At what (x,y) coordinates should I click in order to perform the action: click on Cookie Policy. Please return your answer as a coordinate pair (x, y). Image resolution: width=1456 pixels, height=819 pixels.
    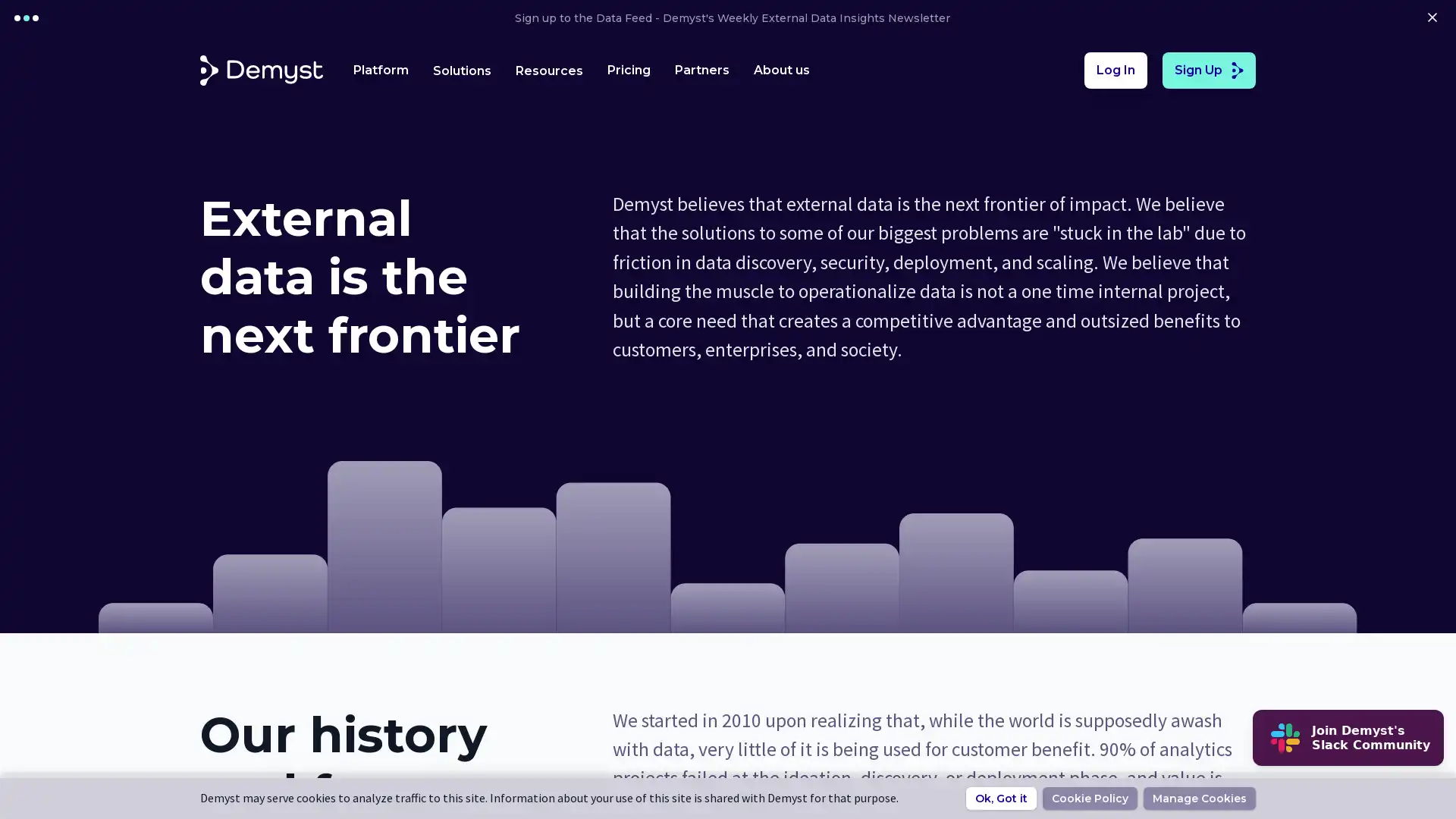
    Looking at the image, I should click on (1089, 798).